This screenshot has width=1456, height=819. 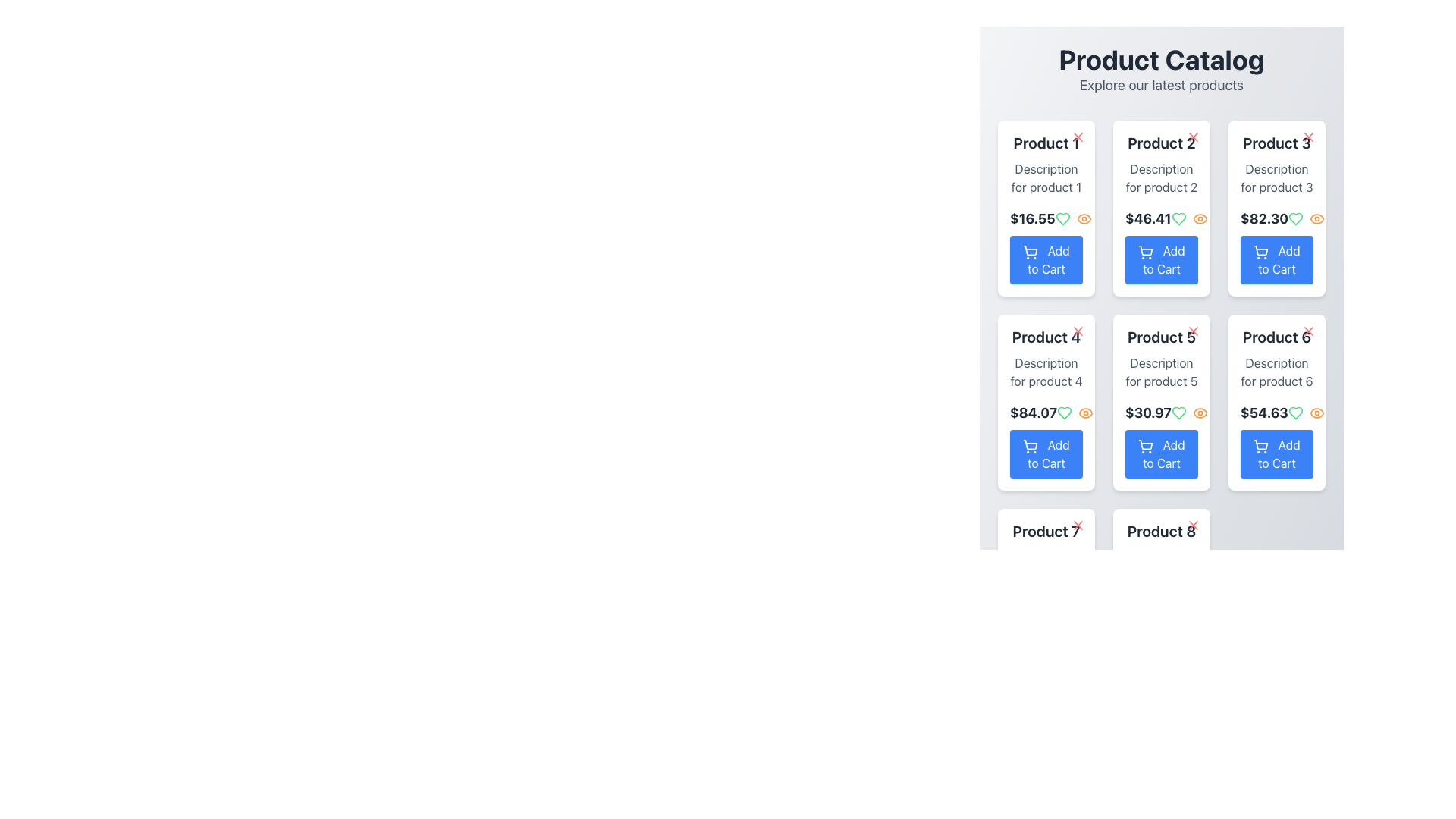 I want to click on price displayed on the bold, dark-colored text label showing '$16.55' at the top-left corner of the card for 'Product 1', so click(x=1031, y=219).